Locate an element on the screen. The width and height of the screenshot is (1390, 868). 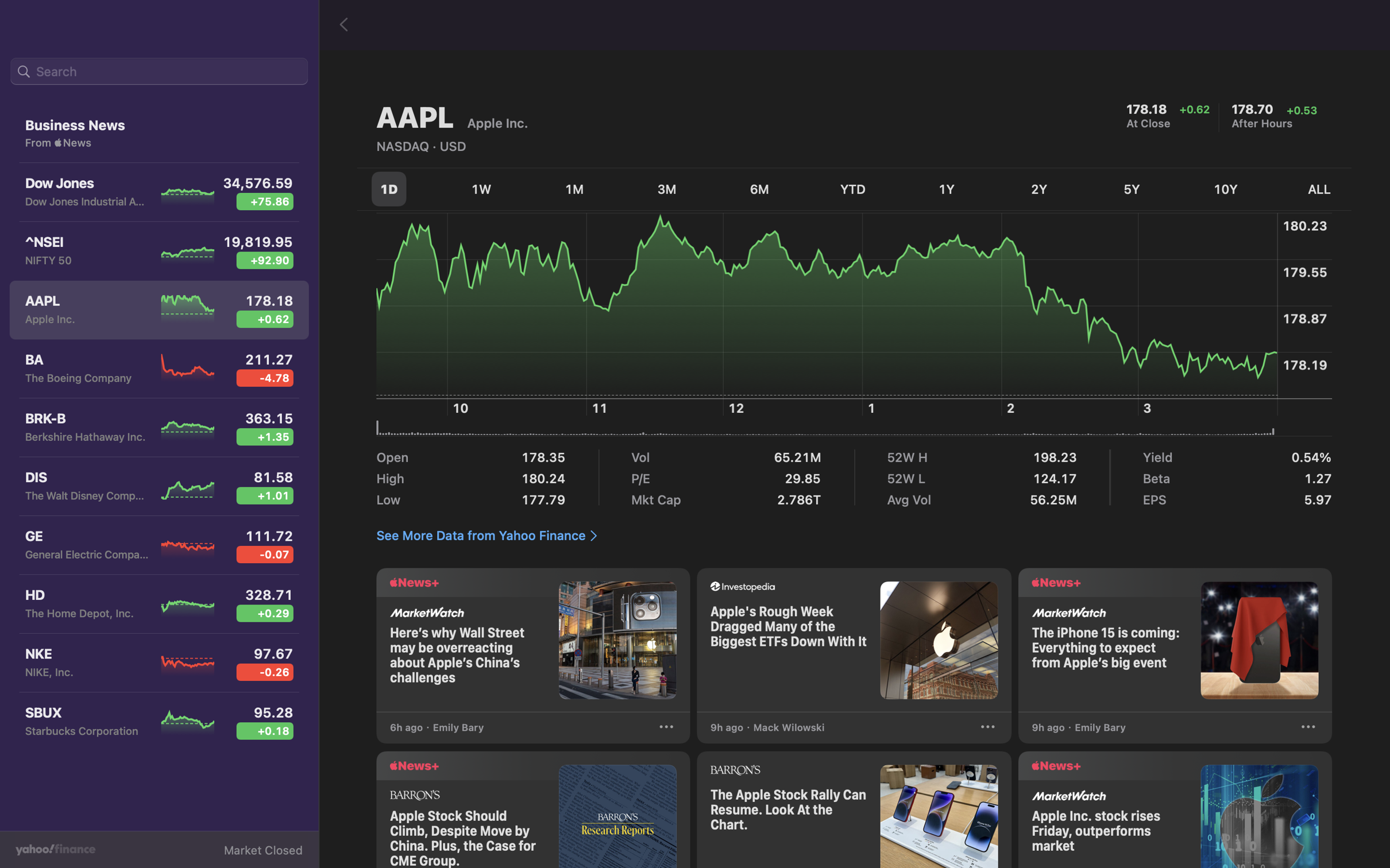
the five-year stock performance is located at coordinates (1134, 189).